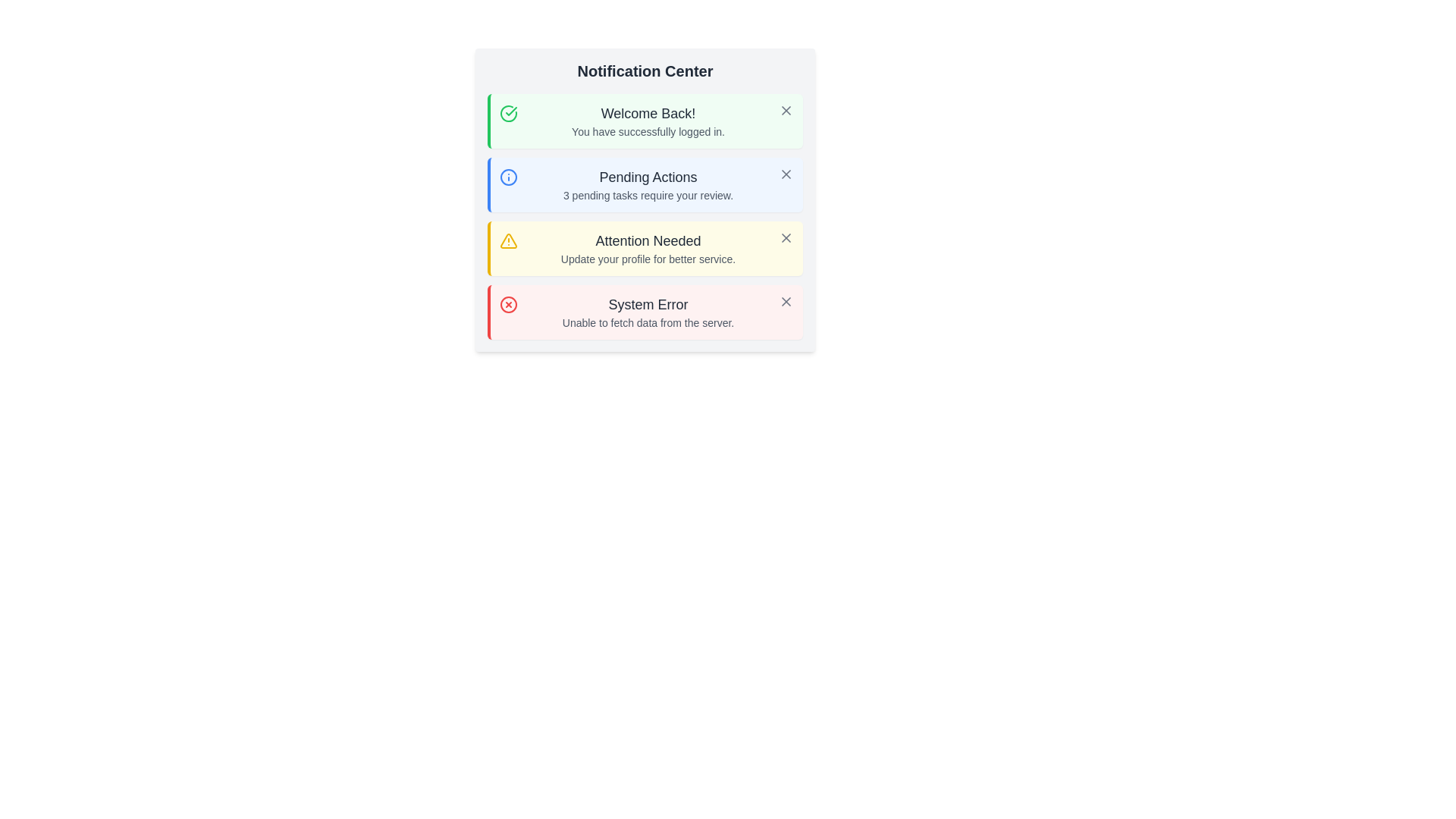 The height and width of the screenshot is (819, 1456). I want to click on the actions associated with the 'System Error' notification message located in the Notification Center, positioned at the bottom of the vertical notification list, so click(648, 312).